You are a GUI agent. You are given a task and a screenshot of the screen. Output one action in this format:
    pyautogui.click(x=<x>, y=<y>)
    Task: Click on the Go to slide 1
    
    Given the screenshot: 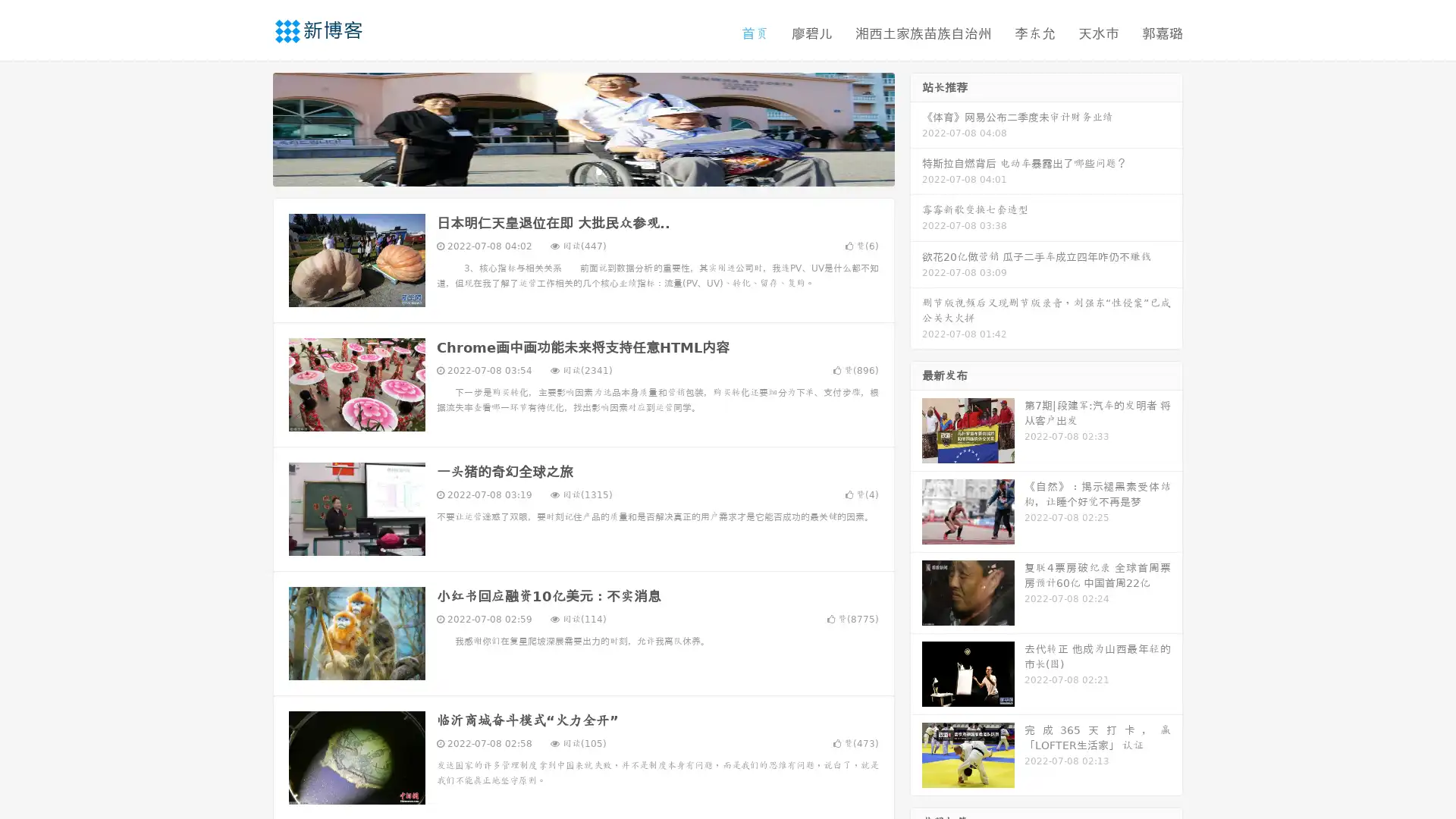 What is the action you would take?
    pyautogui.click(x=567, y=171)
    